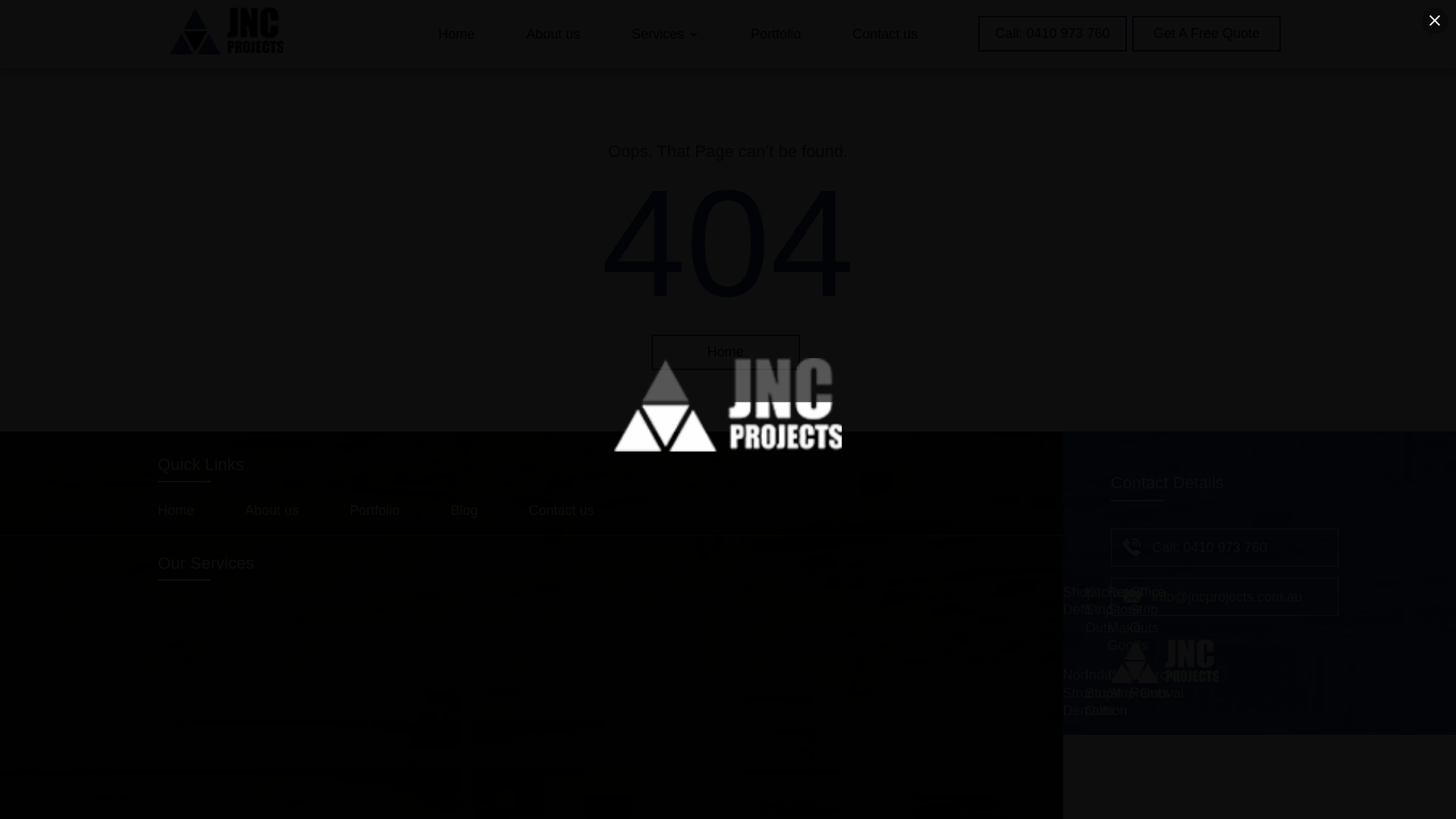  I want to click on 'Tile Removal', so click(1156, 696).